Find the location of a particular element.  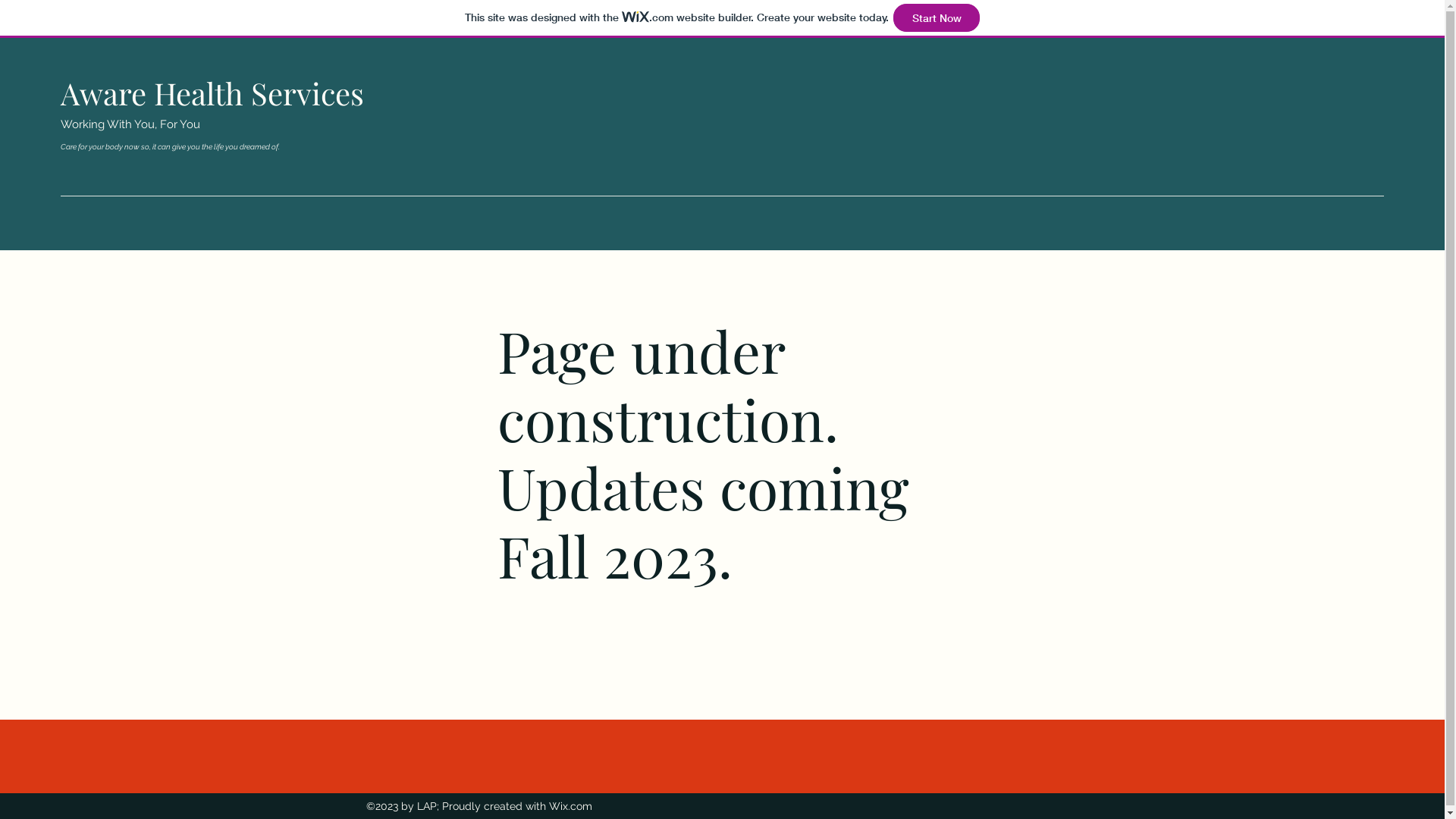

'Aware Health Services' is located at coordinates (211, 93).